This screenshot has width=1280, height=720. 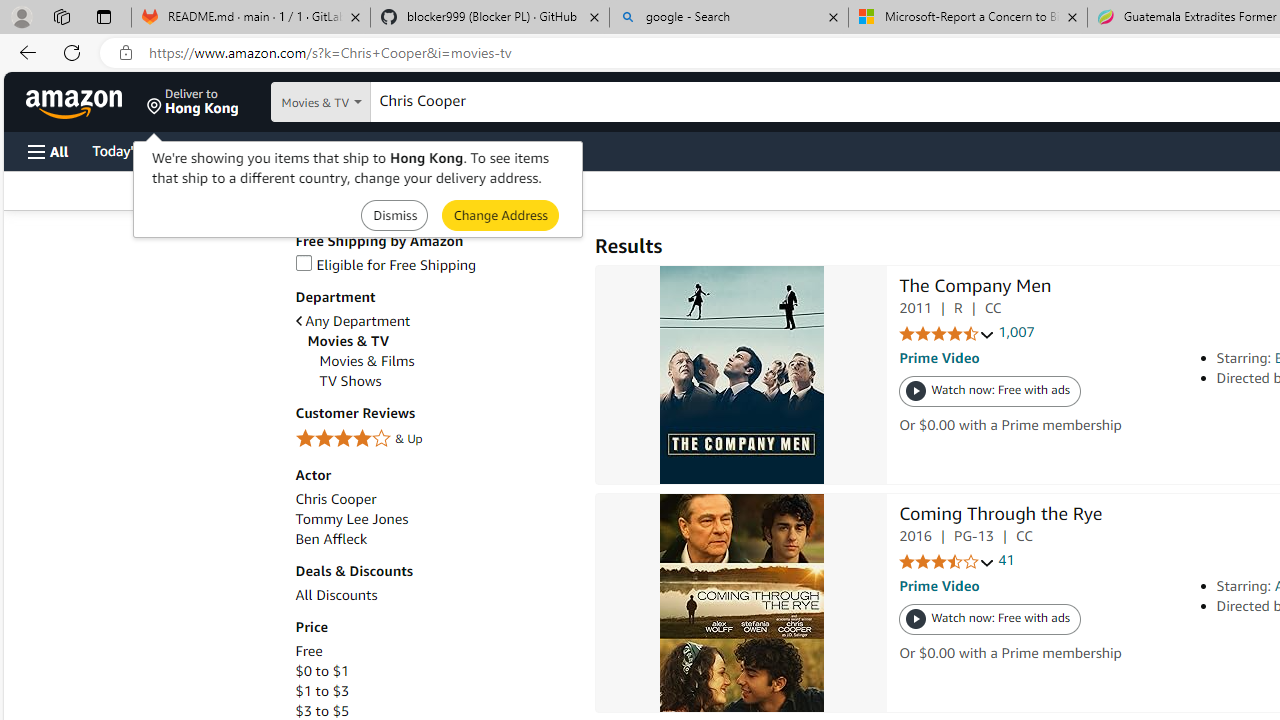 What do you see at coordinates (133, 149) in the screenshot?
I see `'Today'` at bounding box center [133, 149].